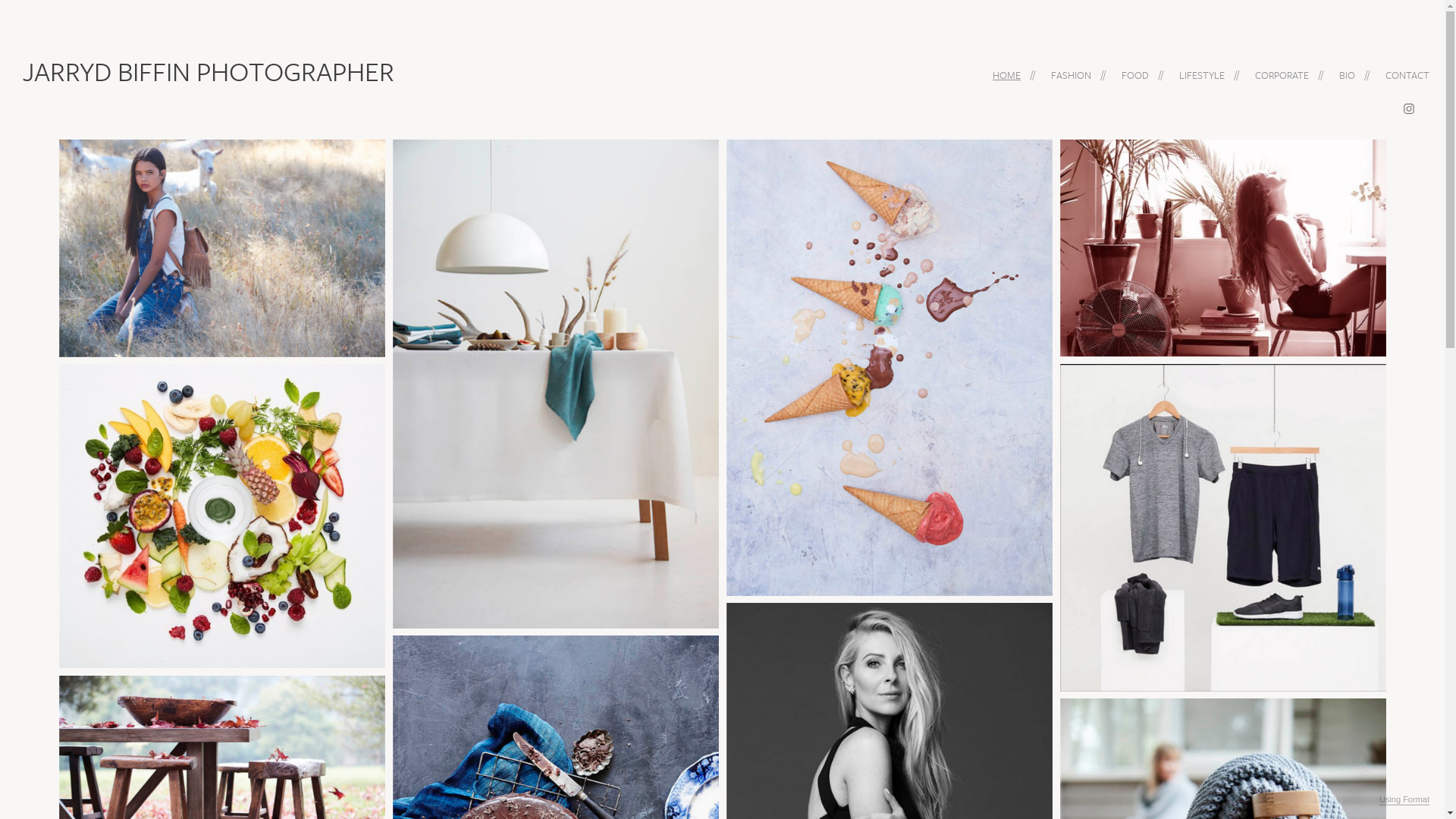  What do you see at coordinates (1006, 73) in the screenshot?
I see `'HOME'` at bounding box center [1006, 73].